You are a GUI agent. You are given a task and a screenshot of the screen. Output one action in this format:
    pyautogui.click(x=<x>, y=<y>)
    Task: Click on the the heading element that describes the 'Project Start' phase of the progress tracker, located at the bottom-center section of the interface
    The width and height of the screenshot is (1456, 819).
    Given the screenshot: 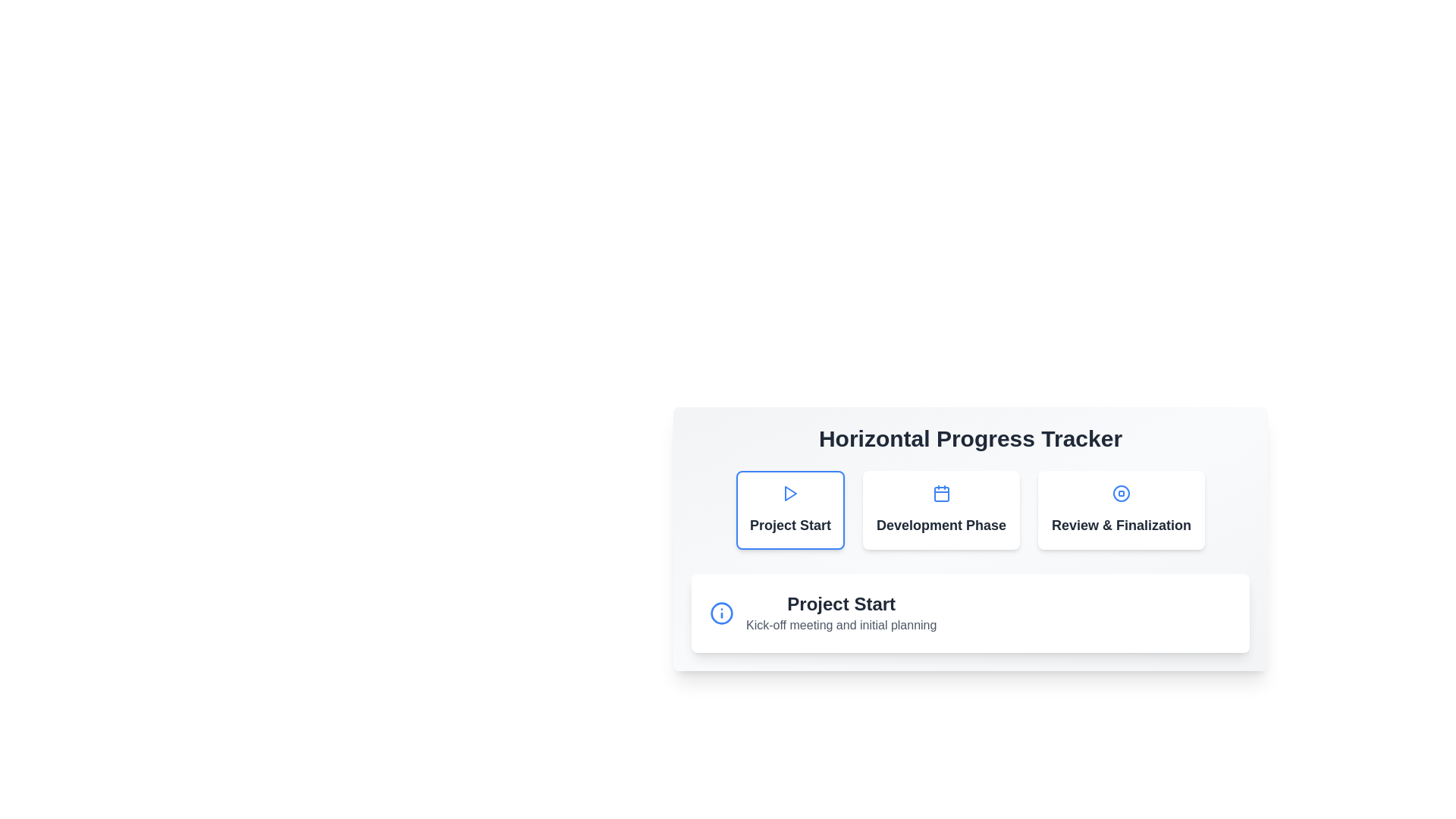 What is the action you would take?
    pyautogui.click(x=840, y=604)
    